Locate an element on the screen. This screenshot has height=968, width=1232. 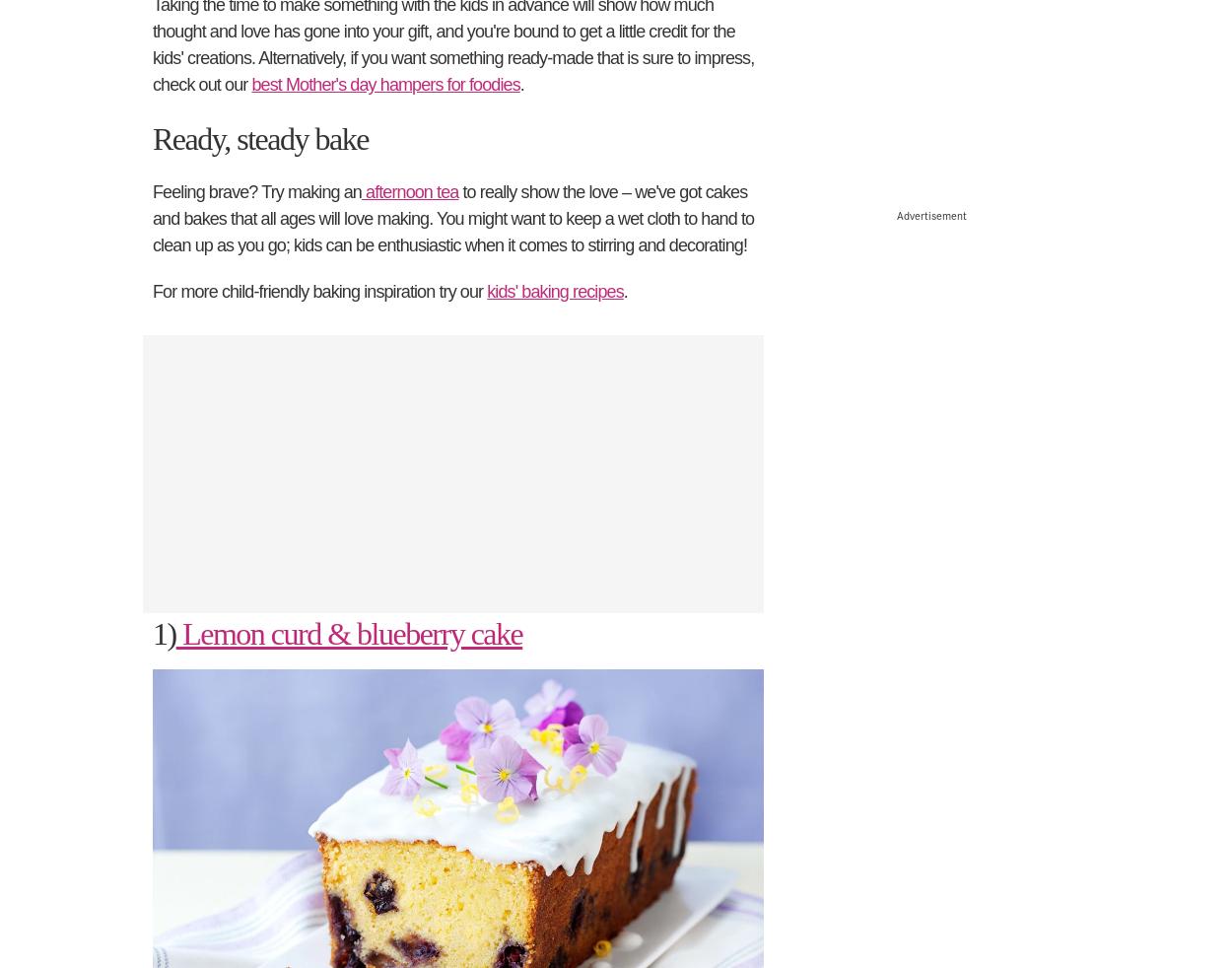
'Get the app' is located at coordinates (614, 705).